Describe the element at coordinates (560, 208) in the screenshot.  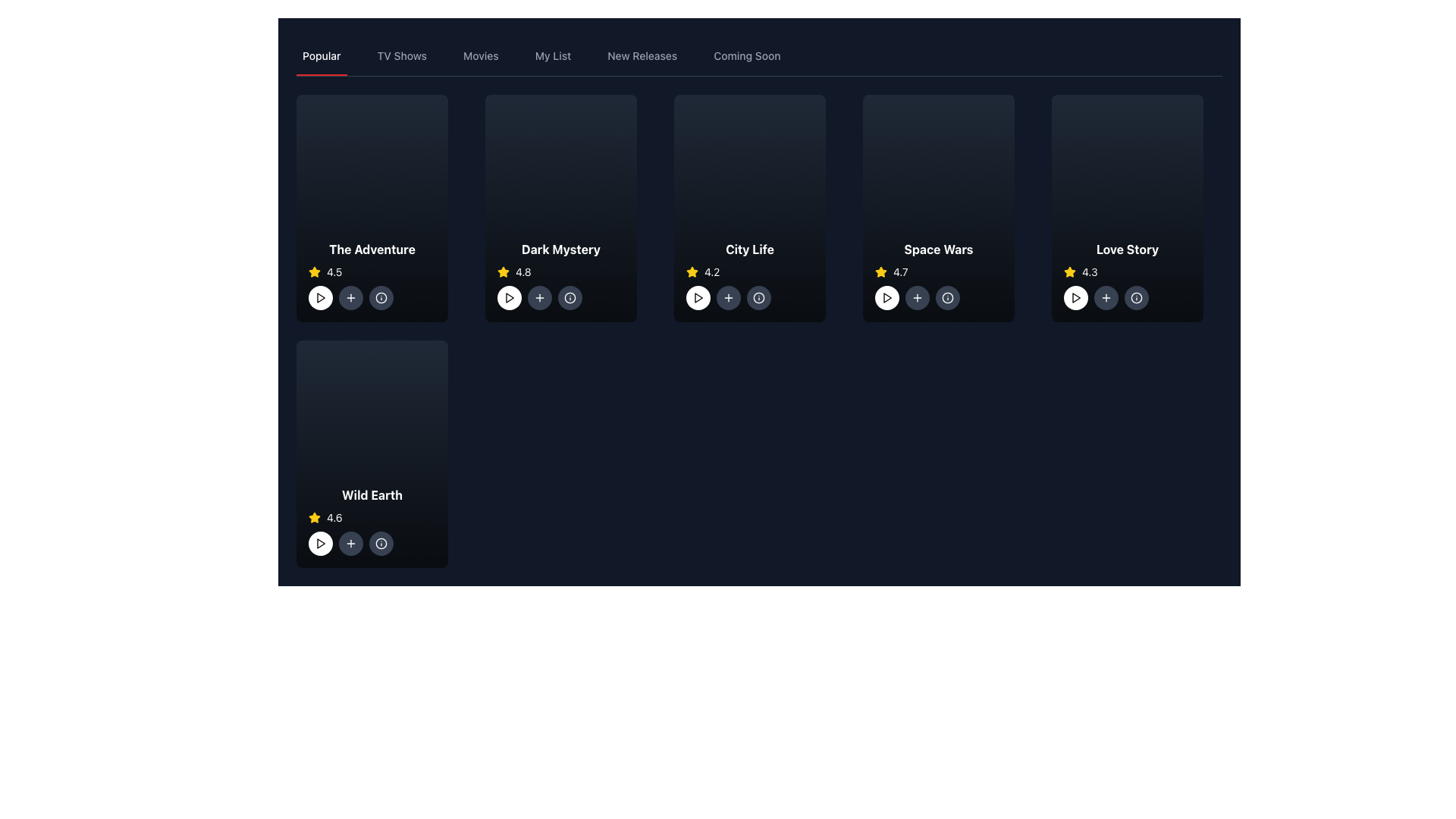
I see `the second card from the left in the first row of the grid, labeled 'Dark Mystery' with a rating of '4.8', to view details` at that location.